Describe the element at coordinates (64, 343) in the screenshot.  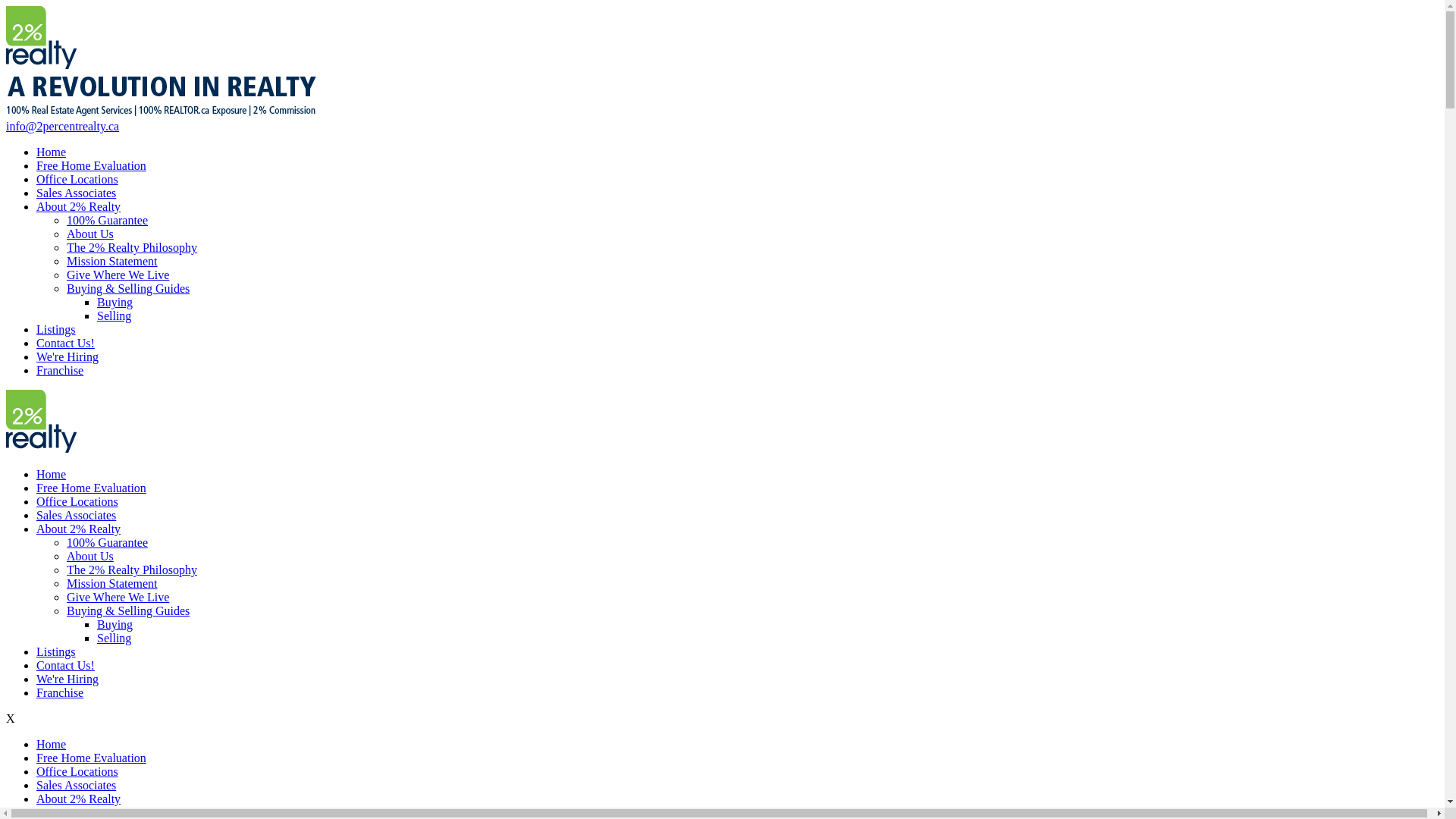
I see `'Contact Us!'` at that location.